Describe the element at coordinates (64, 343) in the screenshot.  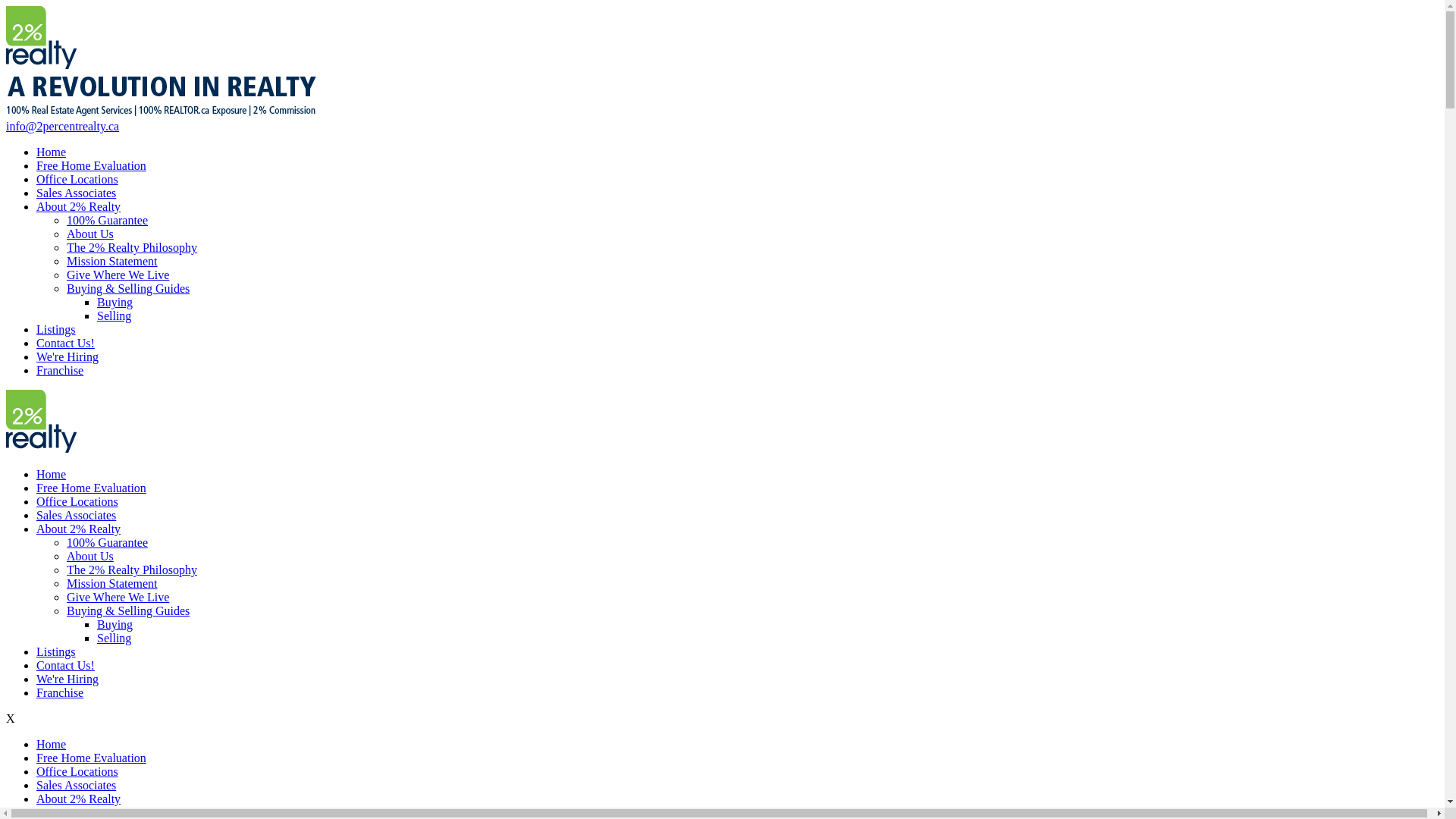
I see `'Contact Us!'` at that location.